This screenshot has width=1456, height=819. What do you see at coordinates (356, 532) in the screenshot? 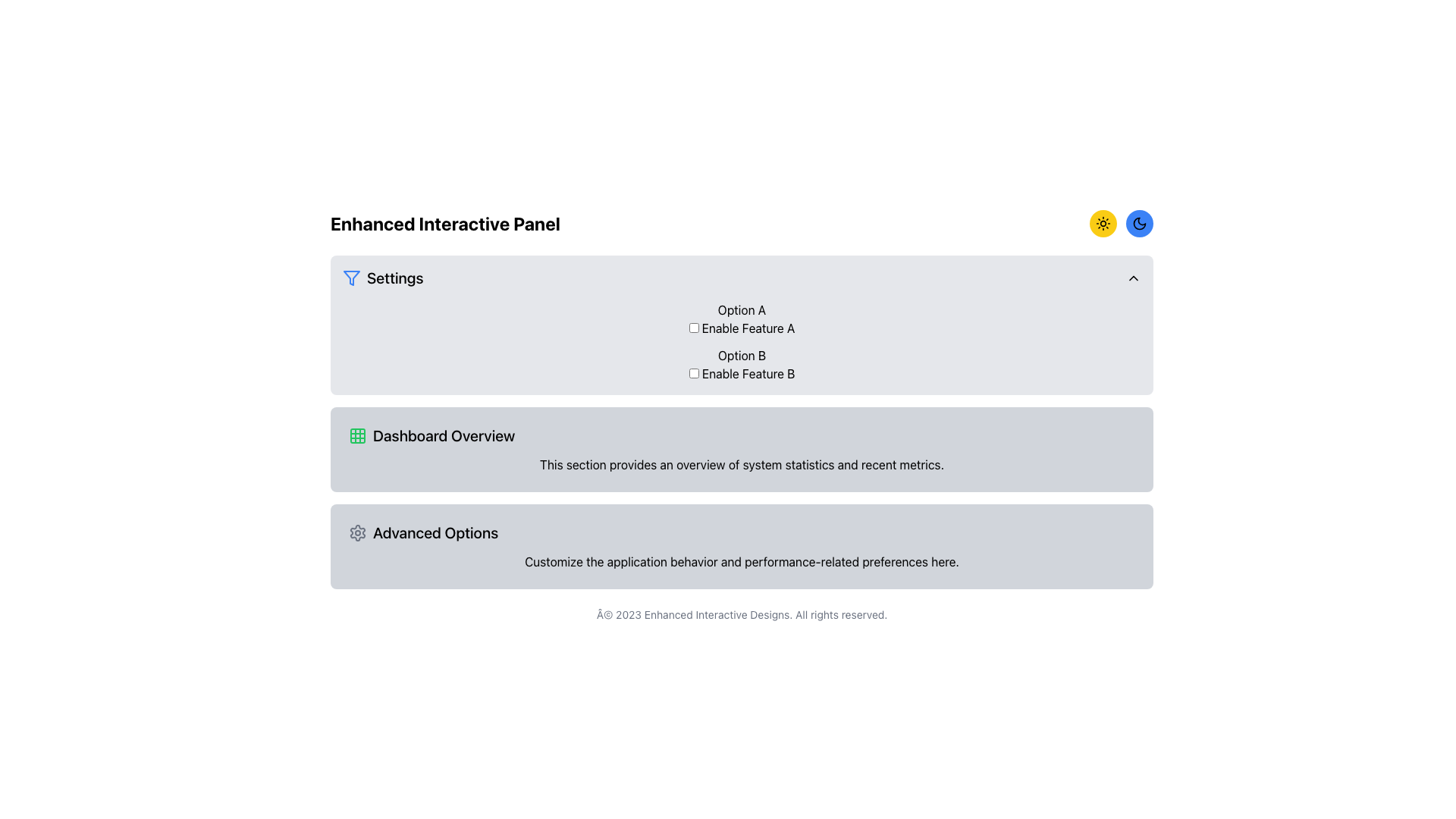
I see `the gear-like icon with rounded edges and a central circular shape, which is positioned to the left of the 'Advanced Options' text in the third row of settings under 'Dashboard Overview'` at bounding box center [356, 532].